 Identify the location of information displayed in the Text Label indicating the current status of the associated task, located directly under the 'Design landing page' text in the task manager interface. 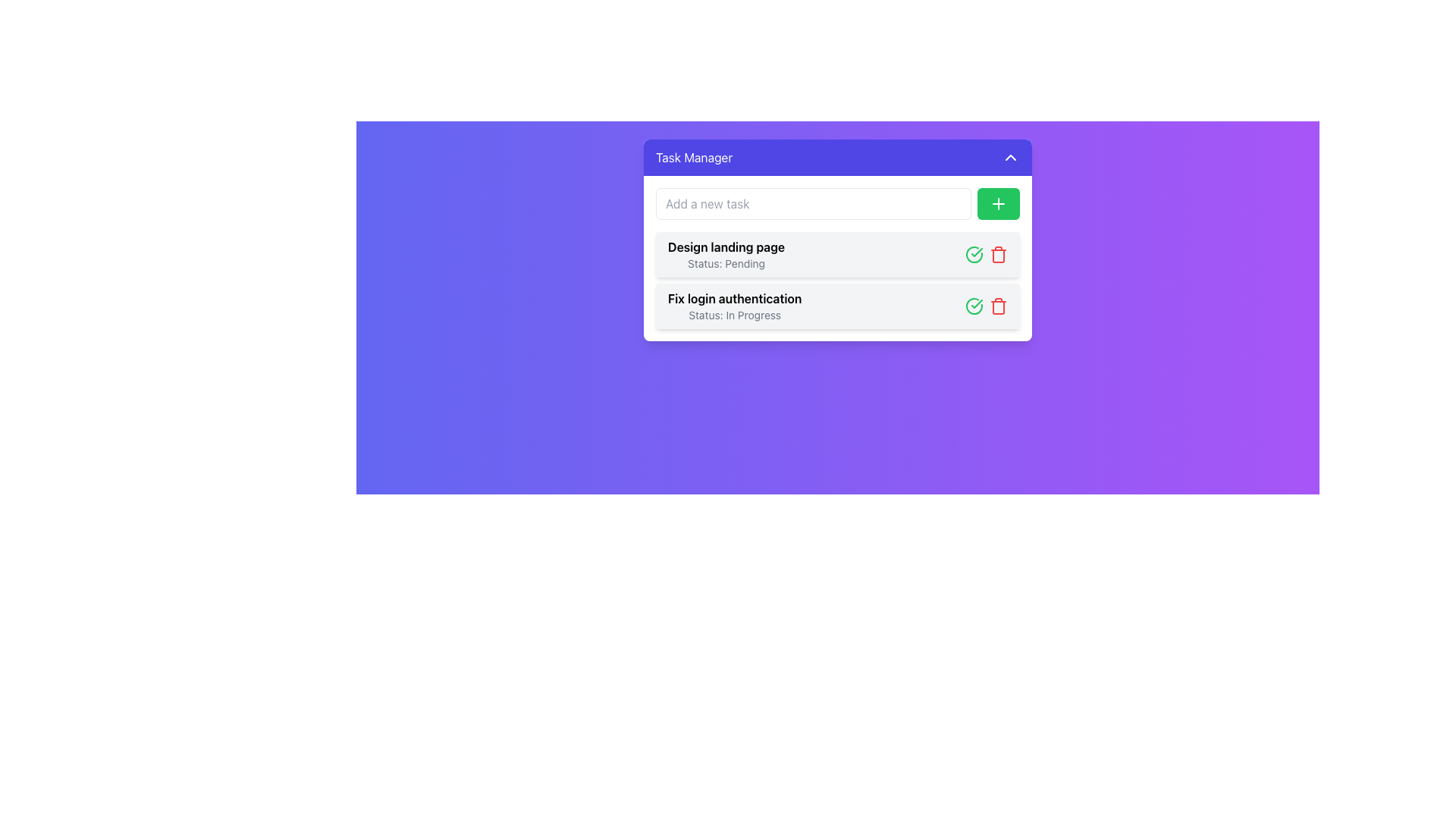
(726, 262).